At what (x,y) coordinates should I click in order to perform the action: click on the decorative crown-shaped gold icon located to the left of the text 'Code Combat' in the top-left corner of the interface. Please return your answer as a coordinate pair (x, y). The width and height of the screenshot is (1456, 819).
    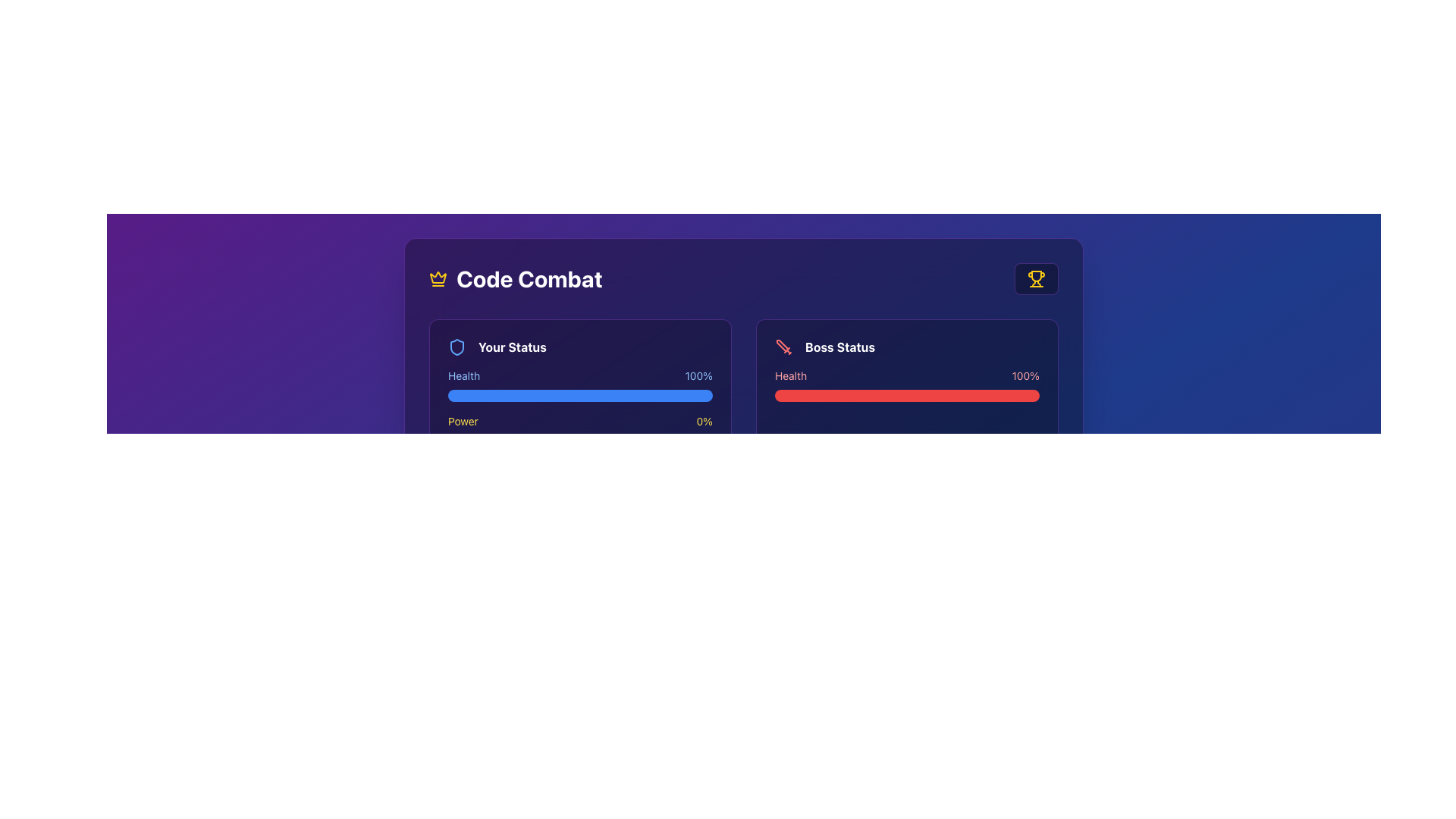
    Looking at the image, I should click on (437, 278).